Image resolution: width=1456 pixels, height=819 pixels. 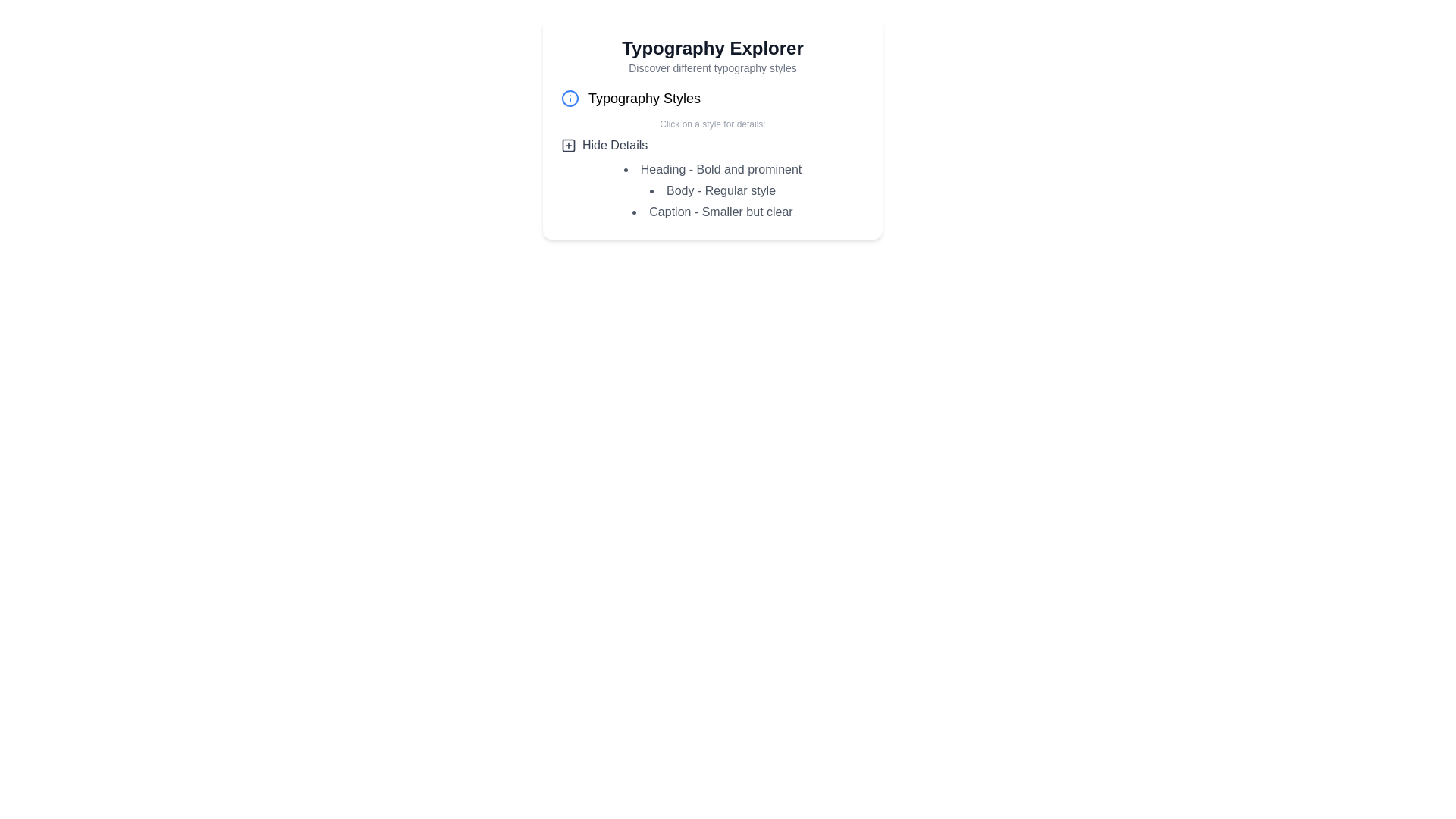 What do you see at coordinates (567, 146) in the screenshot?
I see `the first button in the top left corner of the dialog box` at bounding box center [567, 146].